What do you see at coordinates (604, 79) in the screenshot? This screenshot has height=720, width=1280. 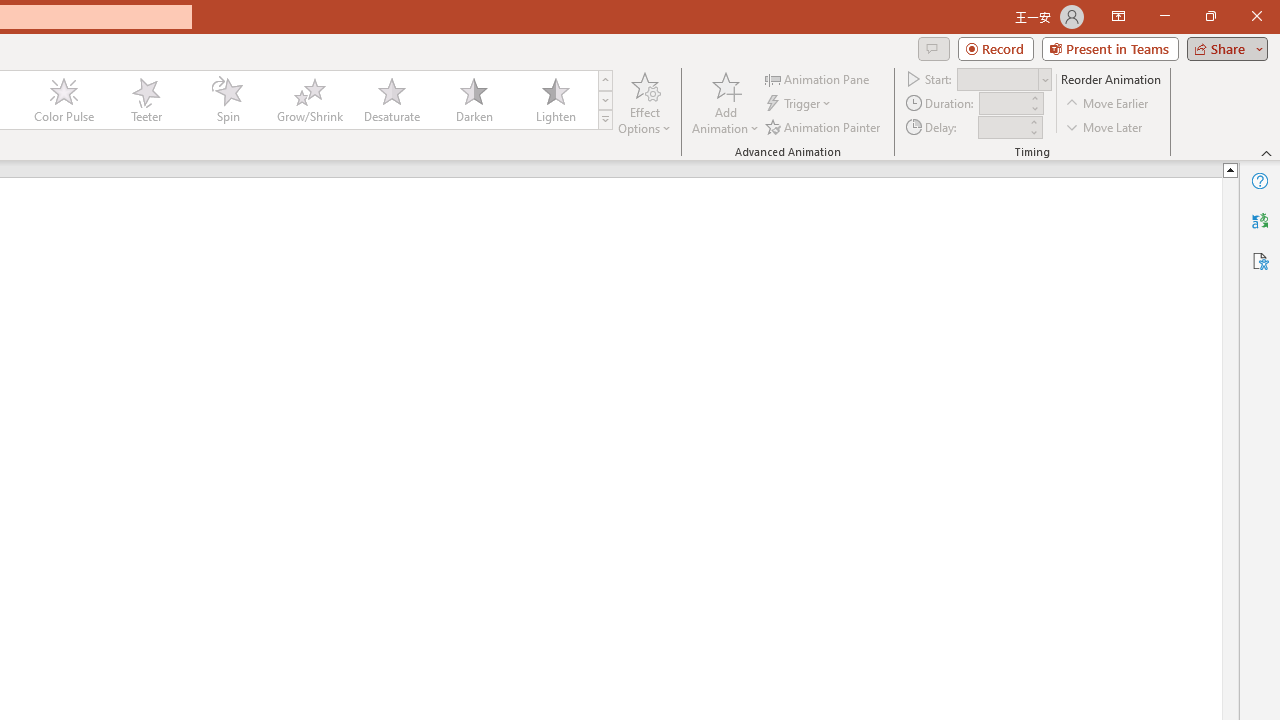 I see `'Row up'` at bounding box center [604, 79].